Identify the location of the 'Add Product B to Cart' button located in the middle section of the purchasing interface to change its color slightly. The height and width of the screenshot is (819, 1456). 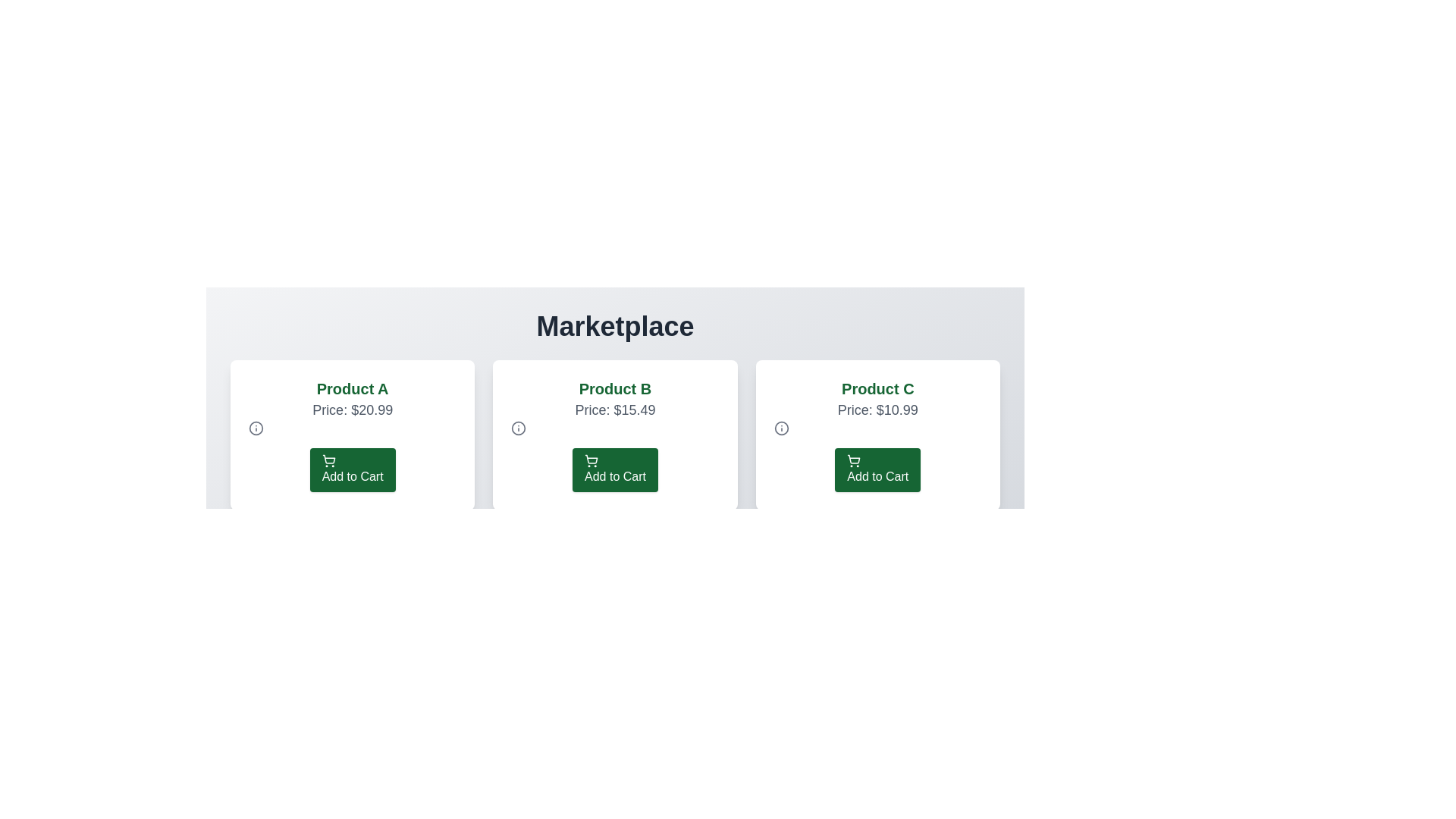
(615, 469).